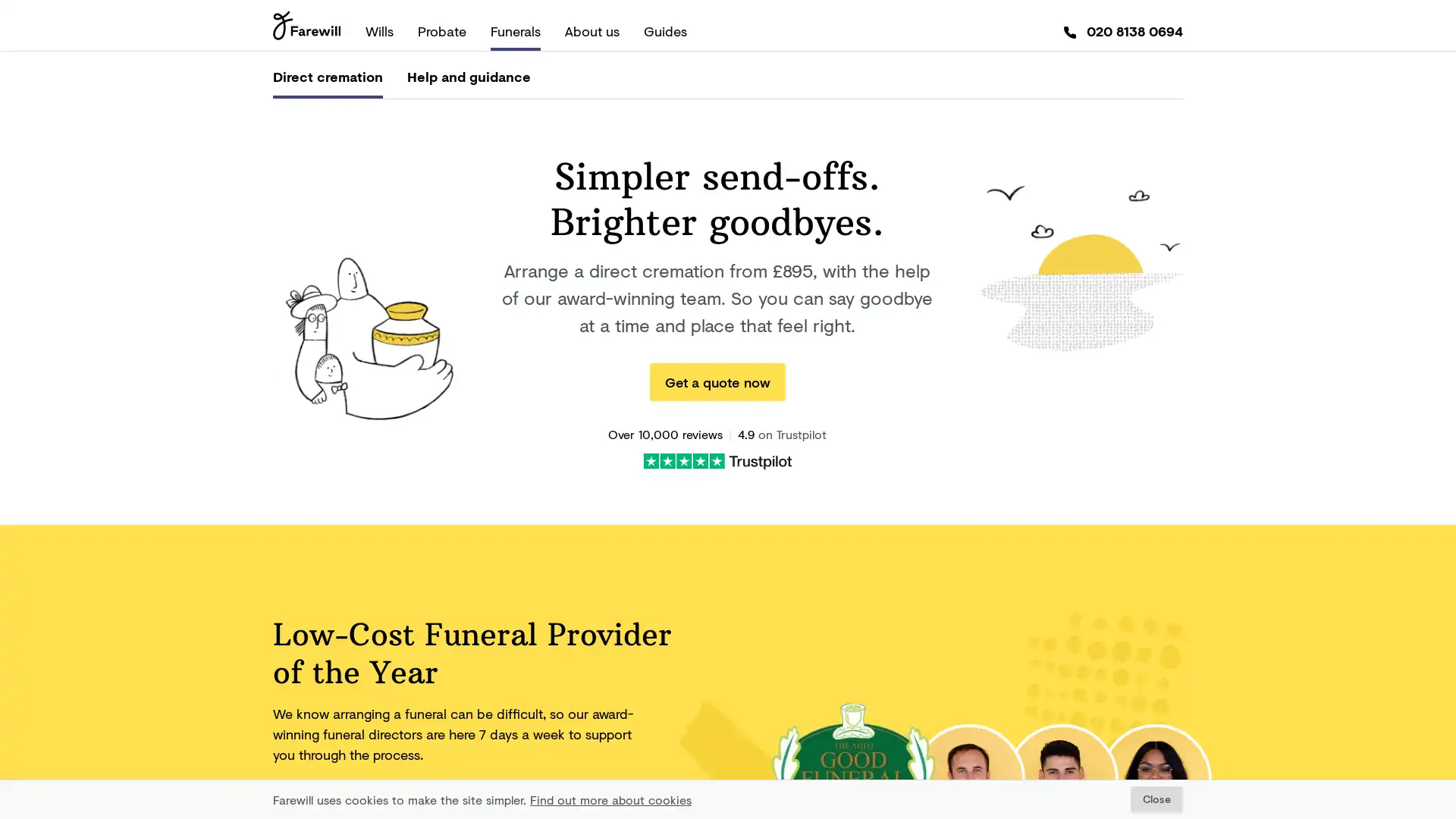  What do you see at coordinates (1156, 799) in the screenshot?
I see `Close cookie banner` at bounding box center [1156, 799].